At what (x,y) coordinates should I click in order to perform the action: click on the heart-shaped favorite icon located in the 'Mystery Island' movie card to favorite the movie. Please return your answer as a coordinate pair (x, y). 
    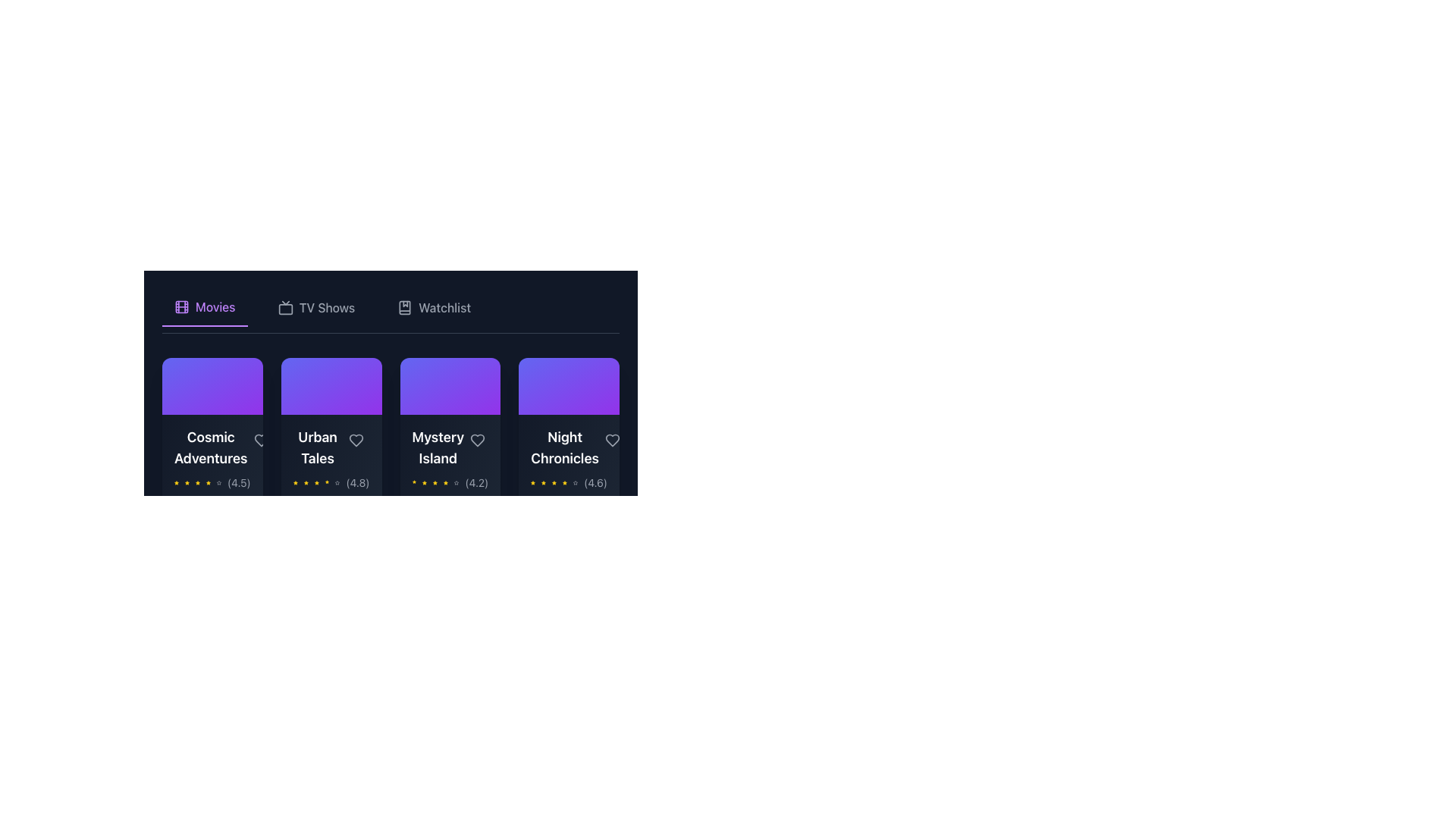
    Looking at the image, I should click on (477, 440).